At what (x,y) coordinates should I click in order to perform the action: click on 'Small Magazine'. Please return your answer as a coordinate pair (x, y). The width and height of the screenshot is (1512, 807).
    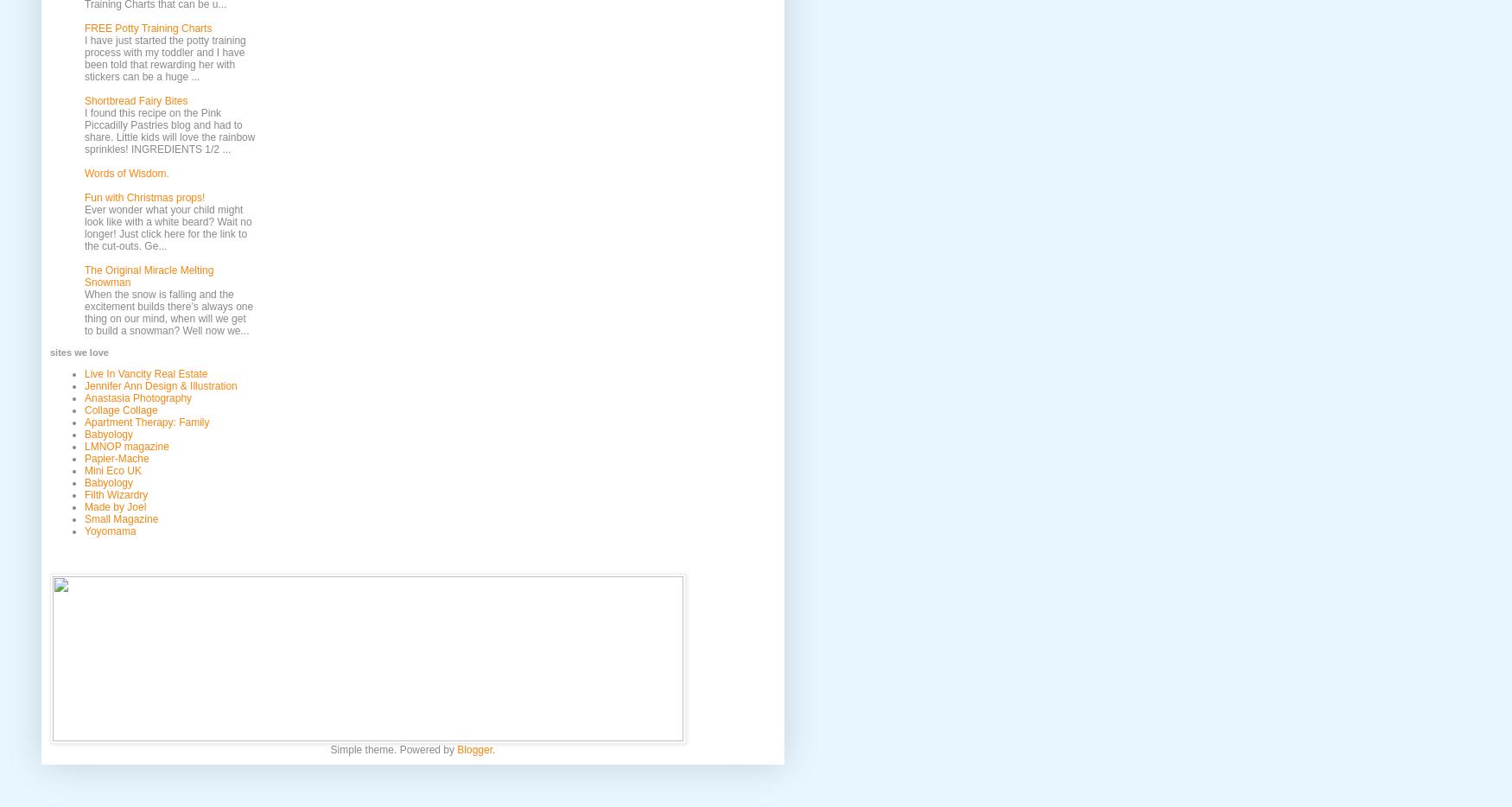
    Looking at the image, I should click on (120, 518).